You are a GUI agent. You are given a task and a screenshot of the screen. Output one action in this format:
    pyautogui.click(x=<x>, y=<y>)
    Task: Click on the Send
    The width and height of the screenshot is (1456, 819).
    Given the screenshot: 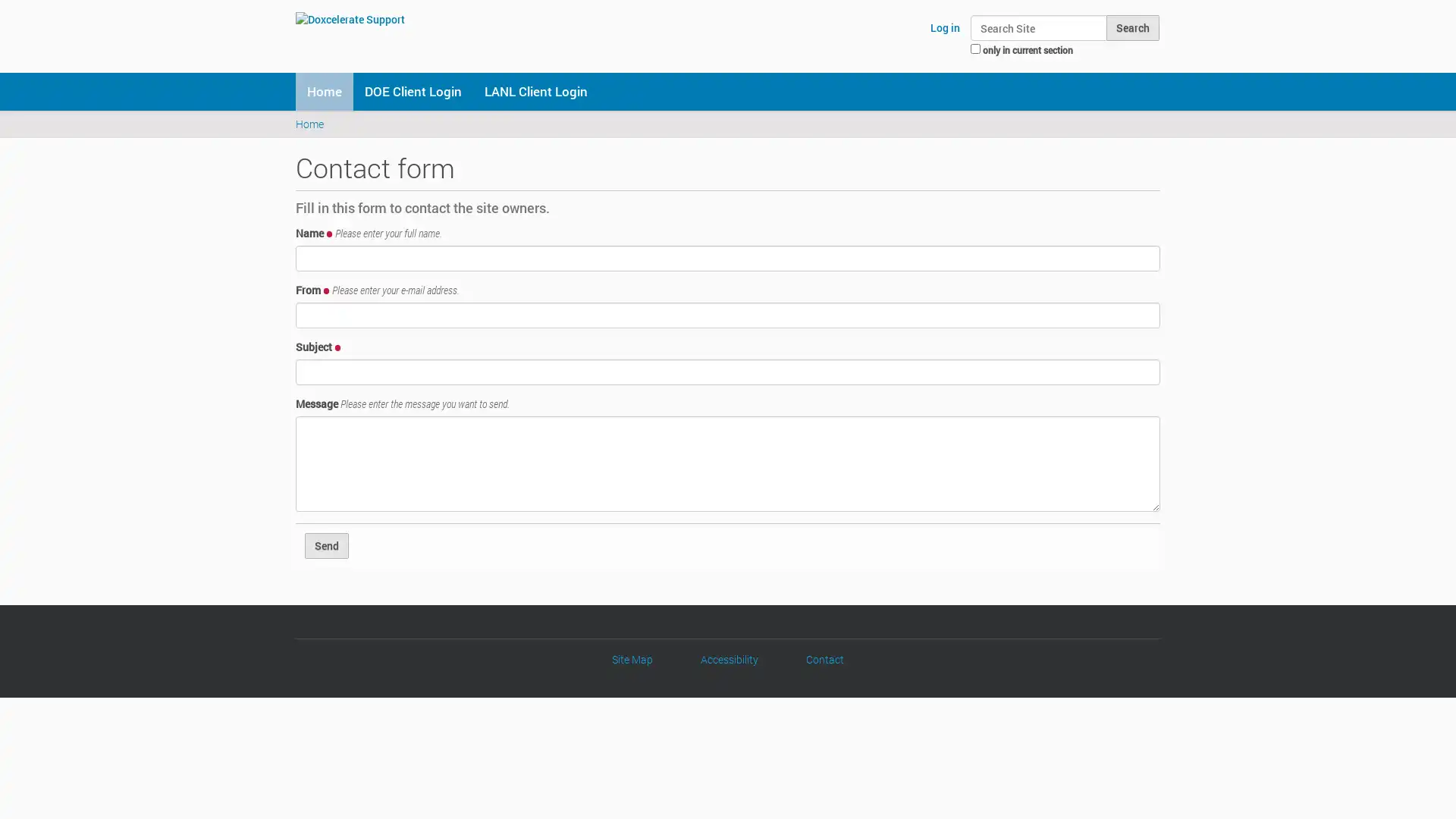 What is the action you would take?
    pyautogui.click(x=326, y=544)
    